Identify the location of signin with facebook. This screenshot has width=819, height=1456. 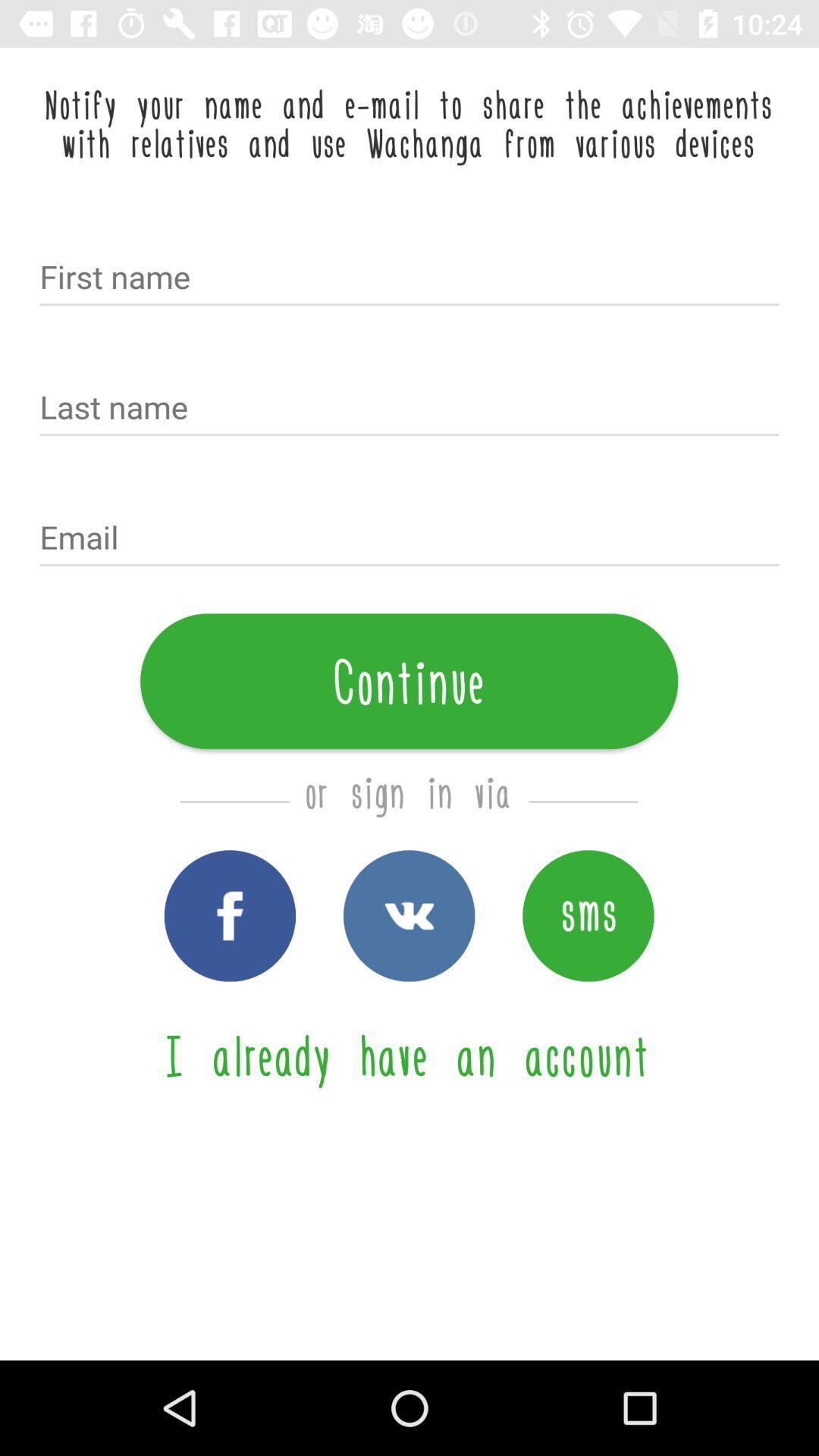
(230, 915).